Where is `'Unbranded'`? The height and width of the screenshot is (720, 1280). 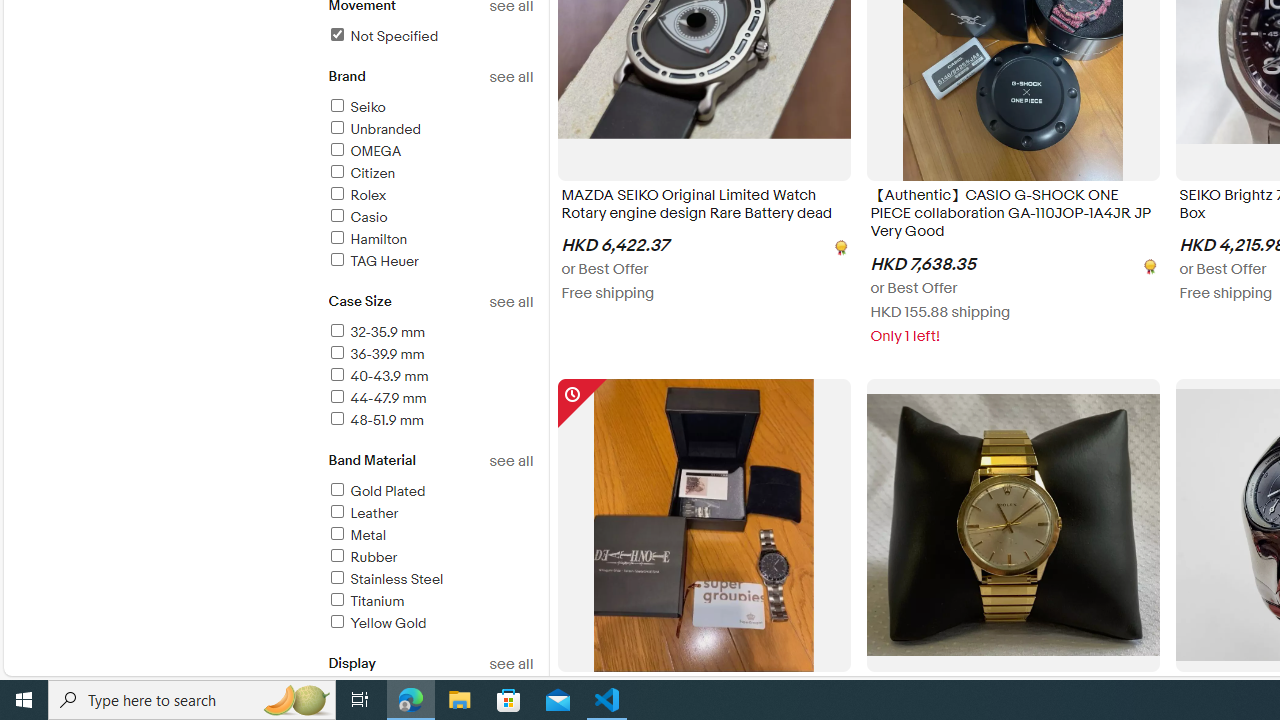 'Unbranded' is located at coordinates (374, 129).